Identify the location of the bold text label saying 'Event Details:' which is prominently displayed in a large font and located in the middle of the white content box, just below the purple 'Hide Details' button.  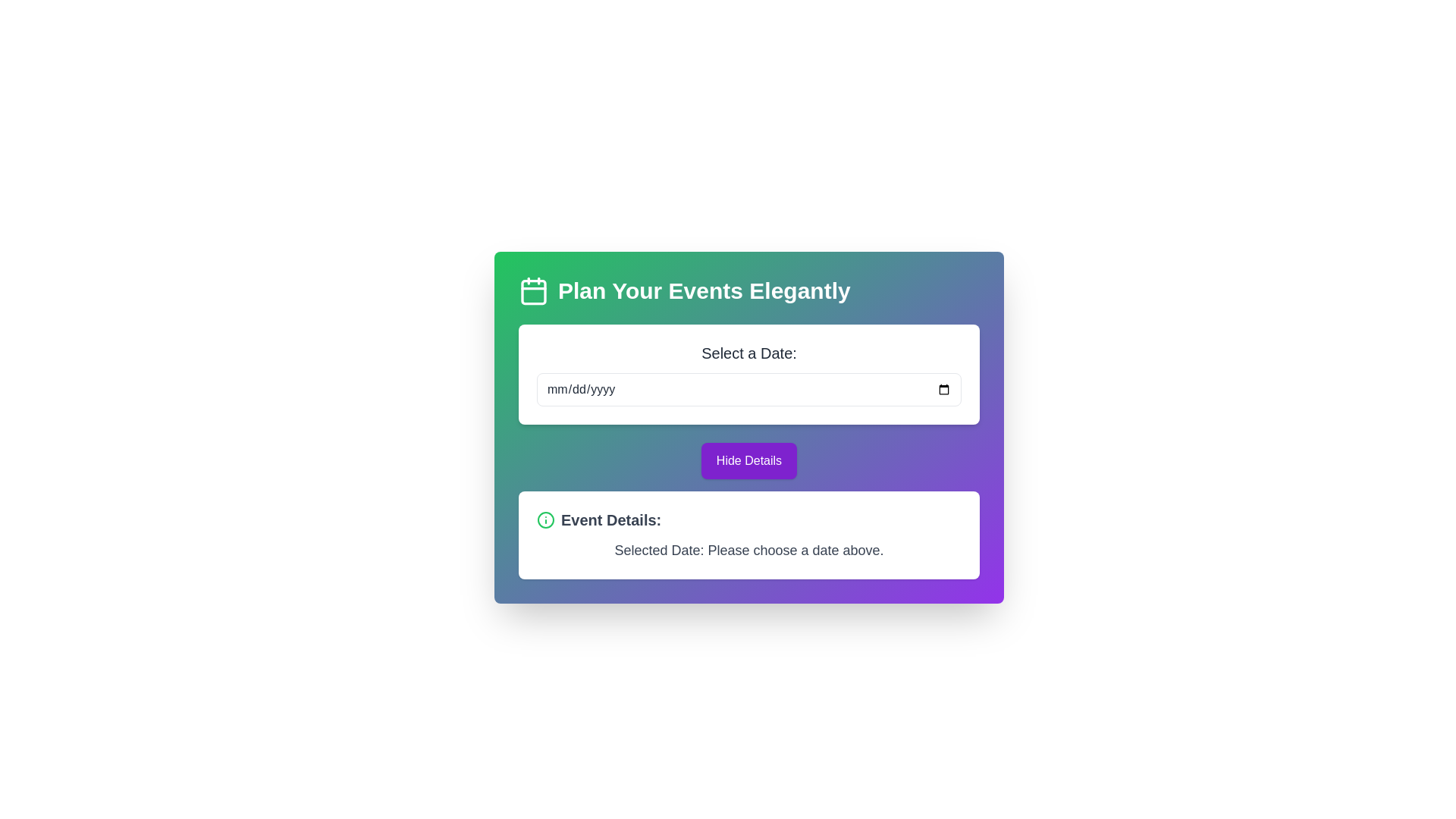
(611, 519).